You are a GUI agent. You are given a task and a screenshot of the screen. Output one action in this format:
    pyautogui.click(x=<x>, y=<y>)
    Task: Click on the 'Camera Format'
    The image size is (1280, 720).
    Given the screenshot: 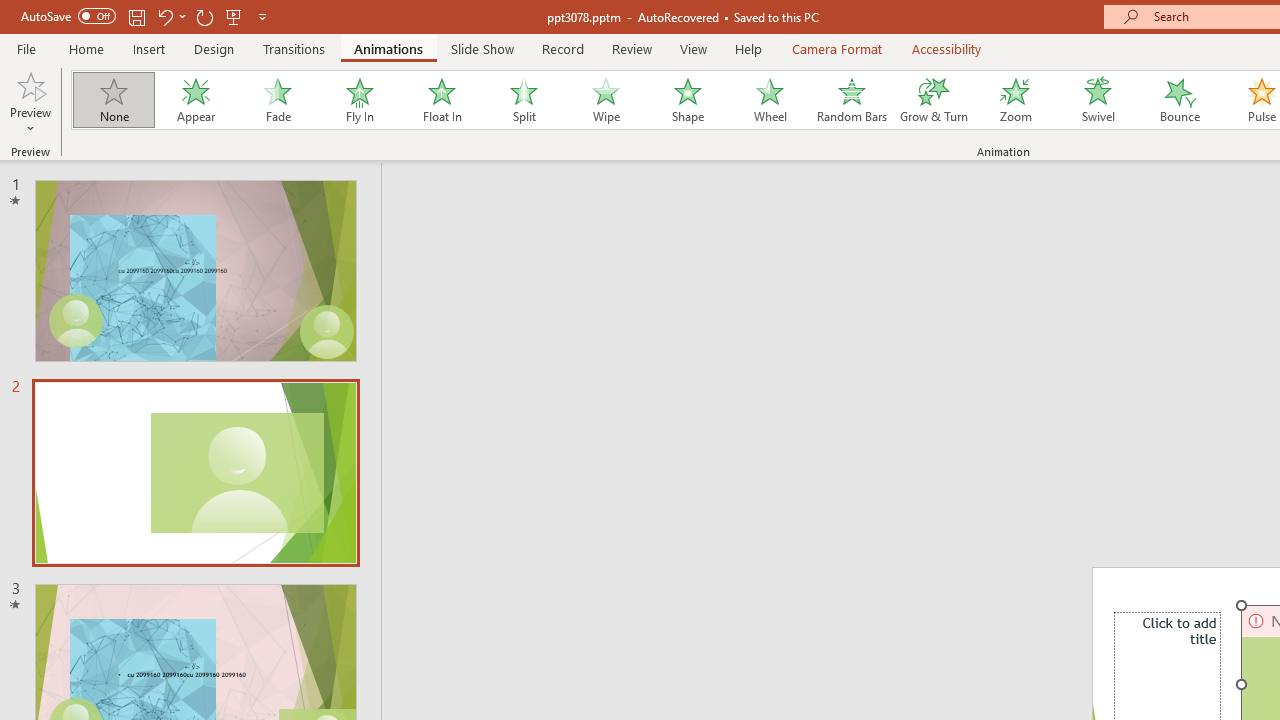 What is the action you would take?
    pyautogui.click(x=837, y=48)
    